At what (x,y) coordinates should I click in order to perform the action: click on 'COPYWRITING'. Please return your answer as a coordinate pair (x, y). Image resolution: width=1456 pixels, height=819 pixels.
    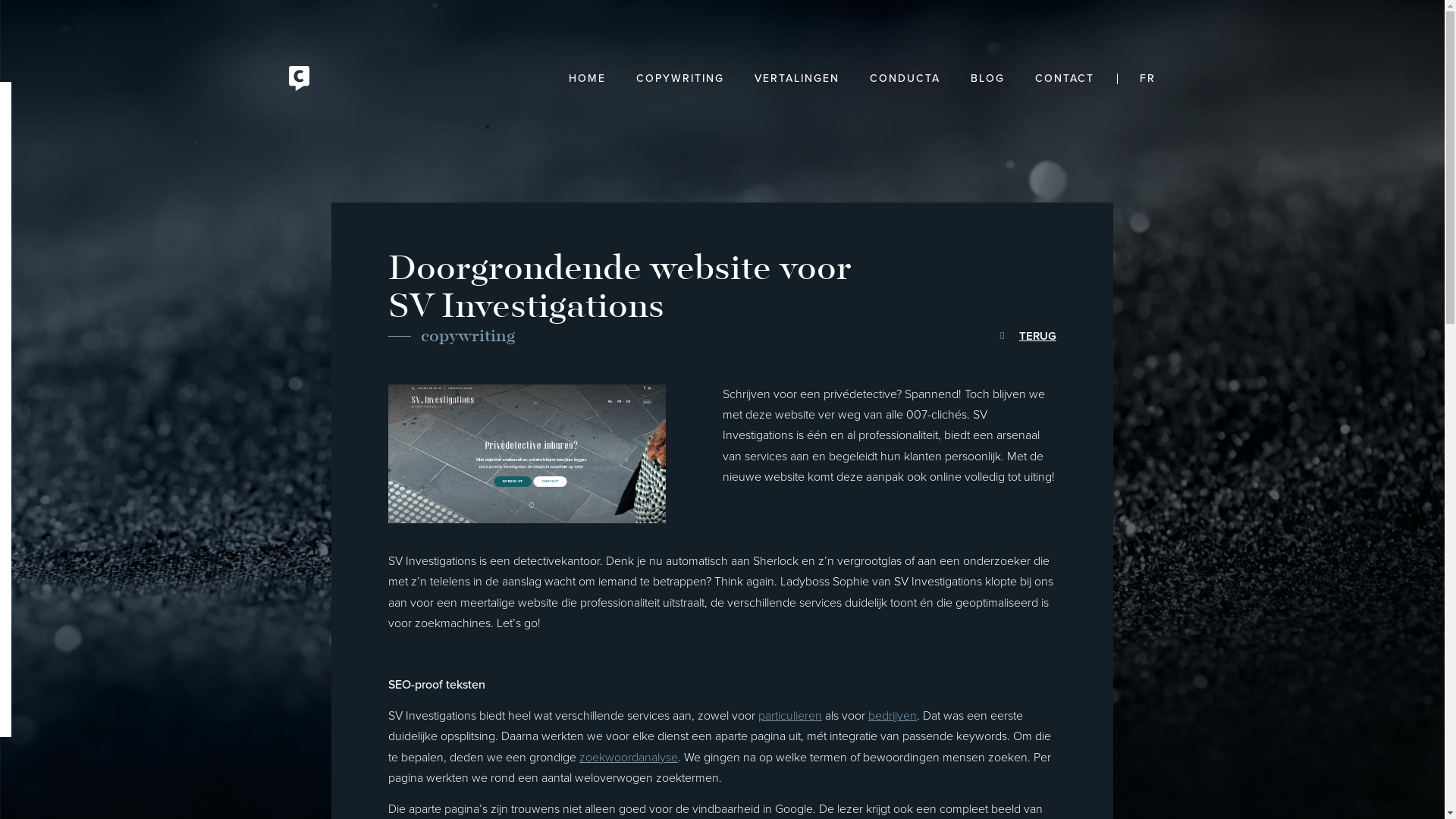
    Looking at the image, I should click on (679, 78).